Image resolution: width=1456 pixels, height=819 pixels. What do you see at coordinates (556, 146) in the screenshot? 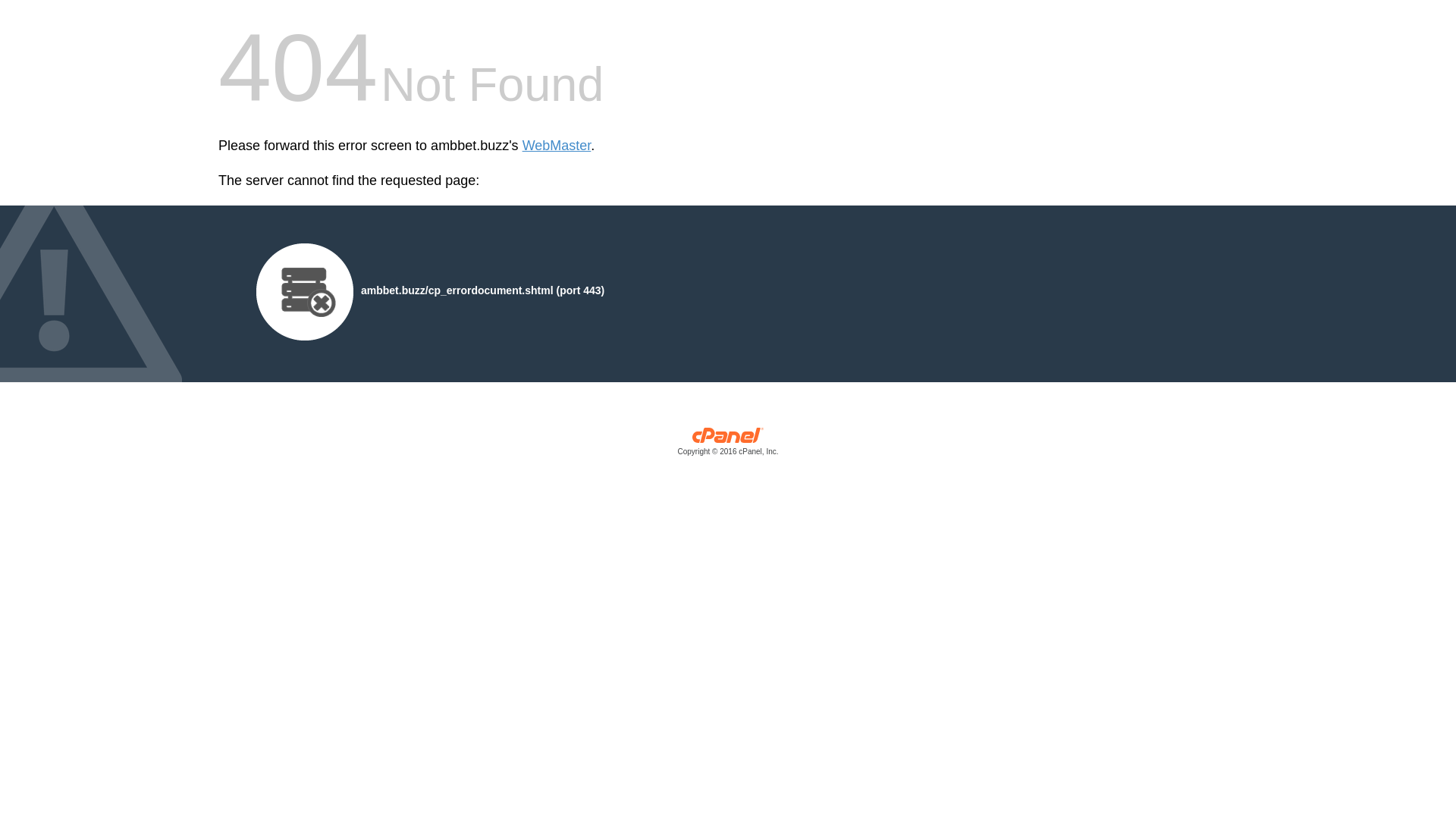
I see `'WebMaster'` at bounding box center [556, 146].